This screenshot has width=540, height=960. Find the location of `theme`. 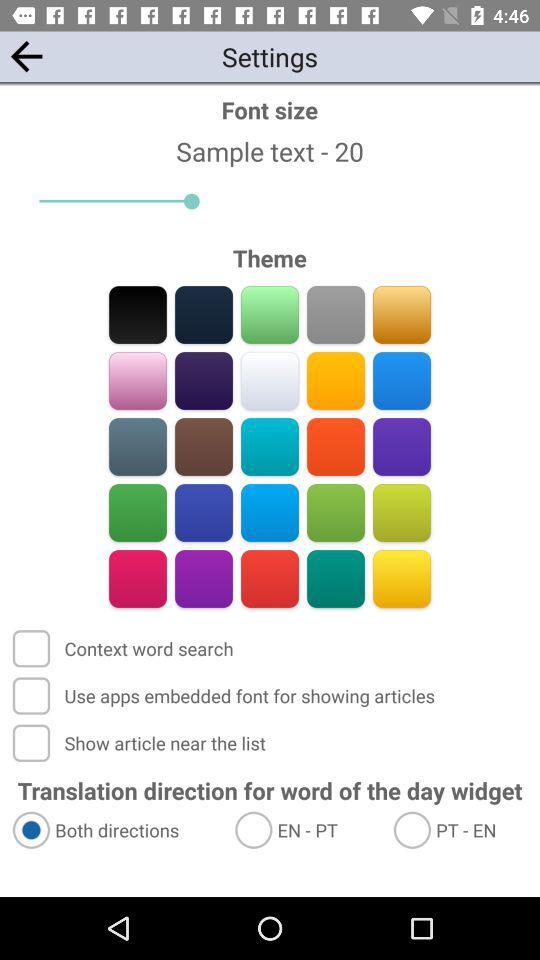

theme is located at coordinates (203, 578).